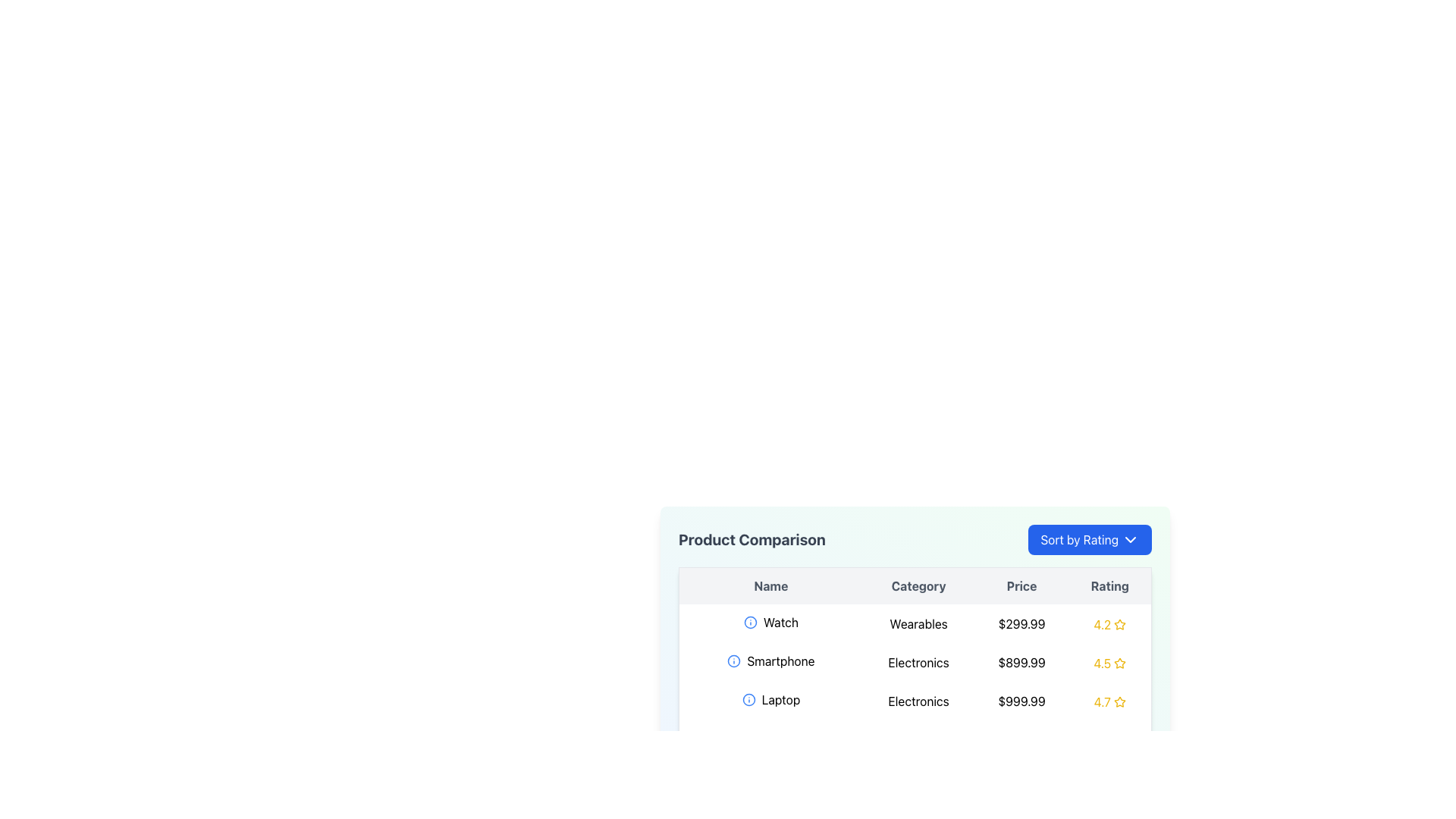  I want to click on text label displaying 'Wearables' located under the 'Category' column in the table, positioned between 'Watch' and '$299.99', so click(918, 623).